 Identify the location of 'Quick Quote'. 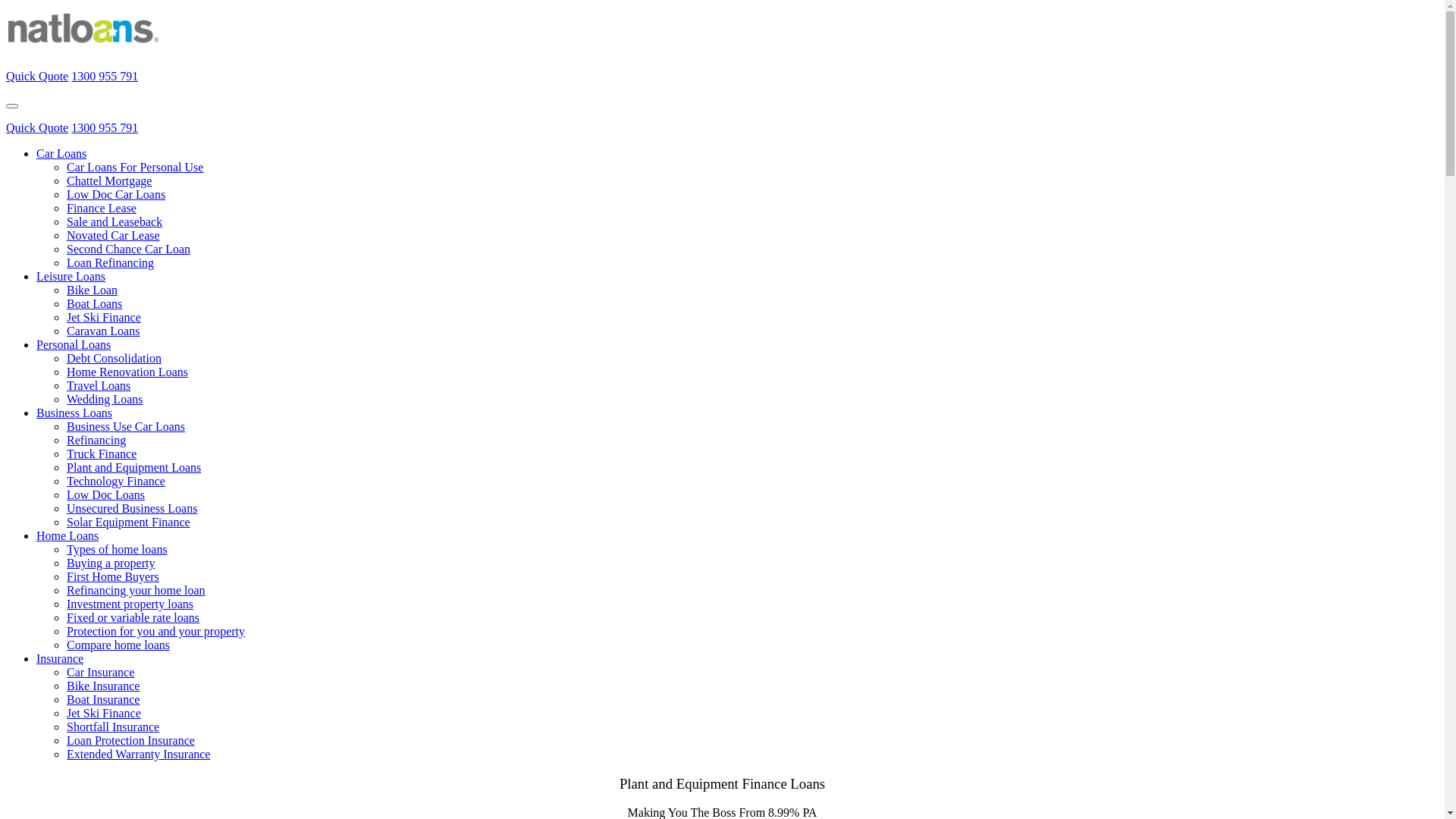
(36, 76).